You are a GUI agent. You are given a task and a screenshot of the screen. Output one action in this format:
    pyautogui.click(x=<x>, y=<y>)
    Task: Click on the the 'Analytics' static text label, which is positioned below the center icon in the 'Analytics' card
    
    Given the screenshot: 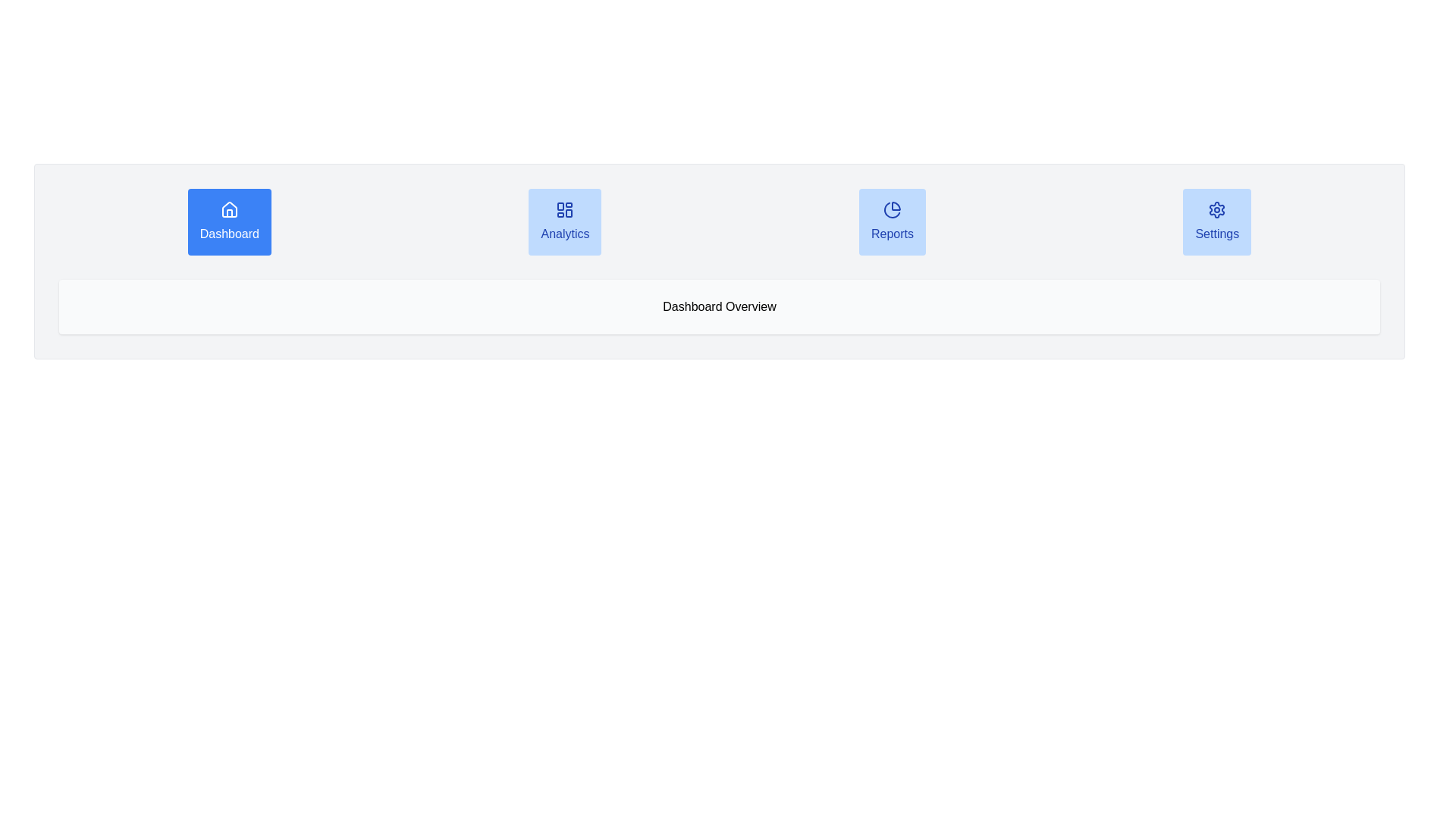 What is the action you would take?
    pyautogui.click(x=564, y=234)
    